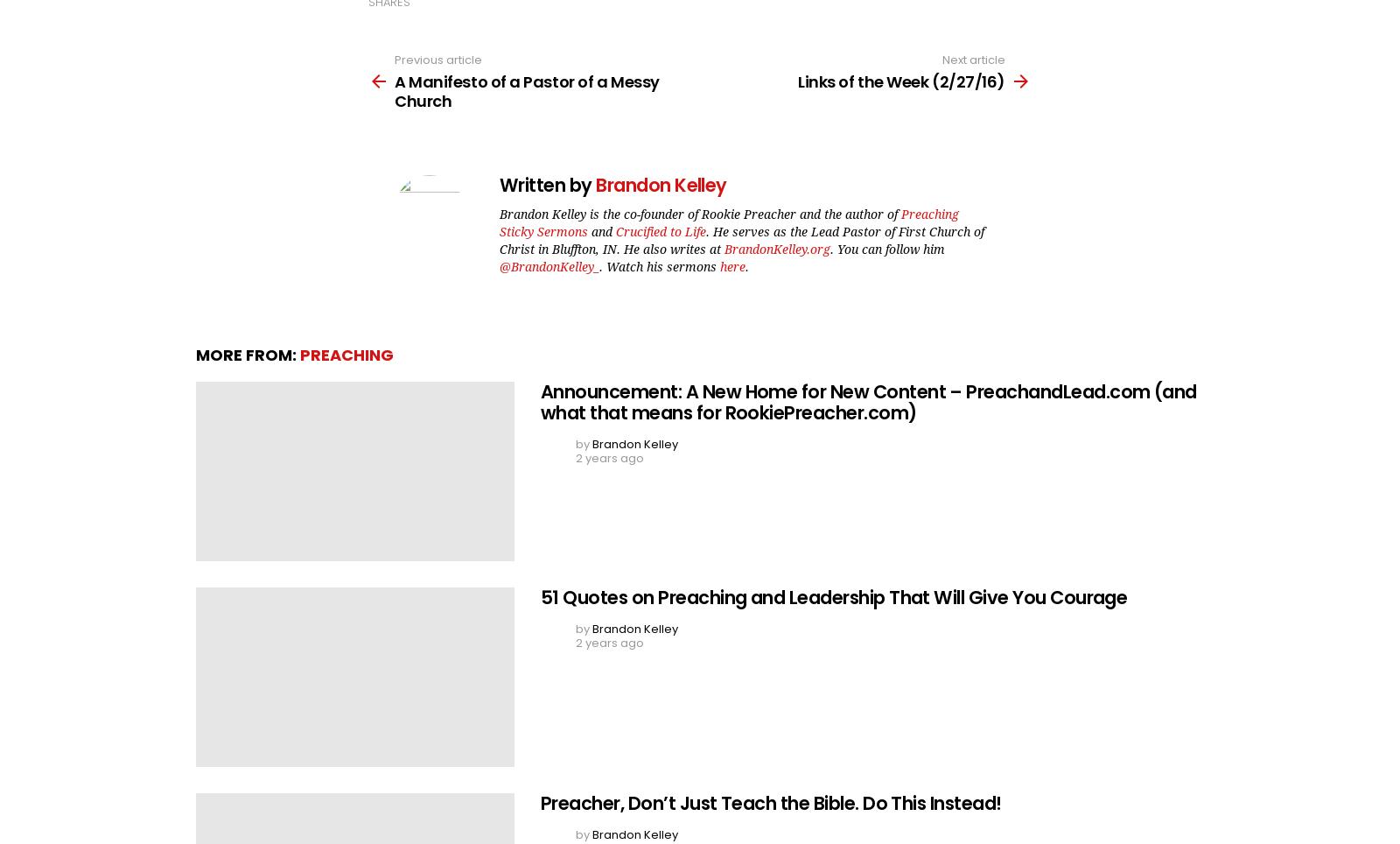 The height and width of the screenshot is (844, 1400). Describe the element at coordinates (598, 266) in the screenshot. I see `'. Watch his sermons'` at that location.